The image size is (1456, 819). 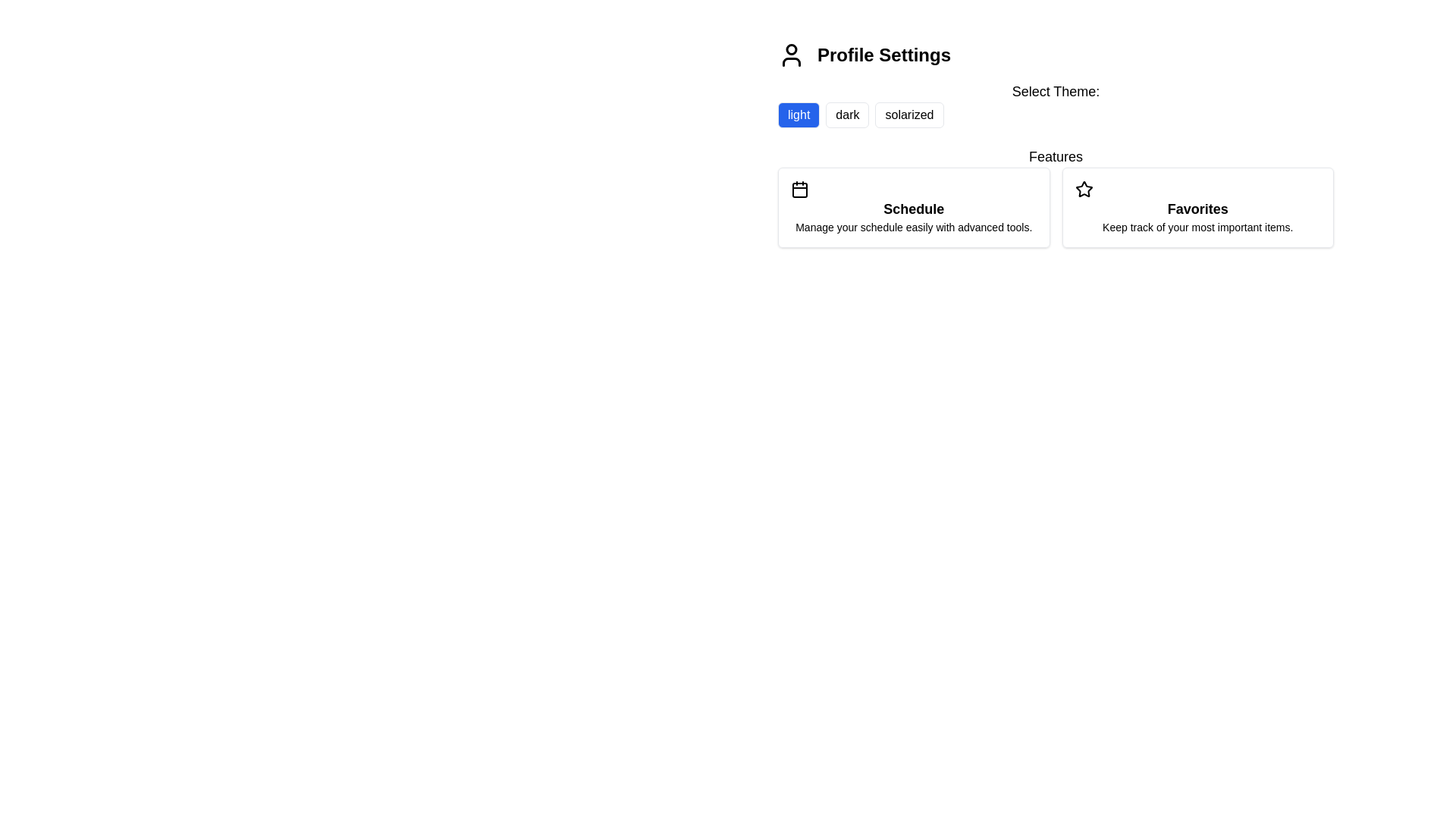 What do you see at coordinates (913, 227) in the screenshot?
I see `text label displaying 'Manage your schedule easily with advanced tools.' located at the bottom of the 'Schedule' card` at bounding box center [913, 227].